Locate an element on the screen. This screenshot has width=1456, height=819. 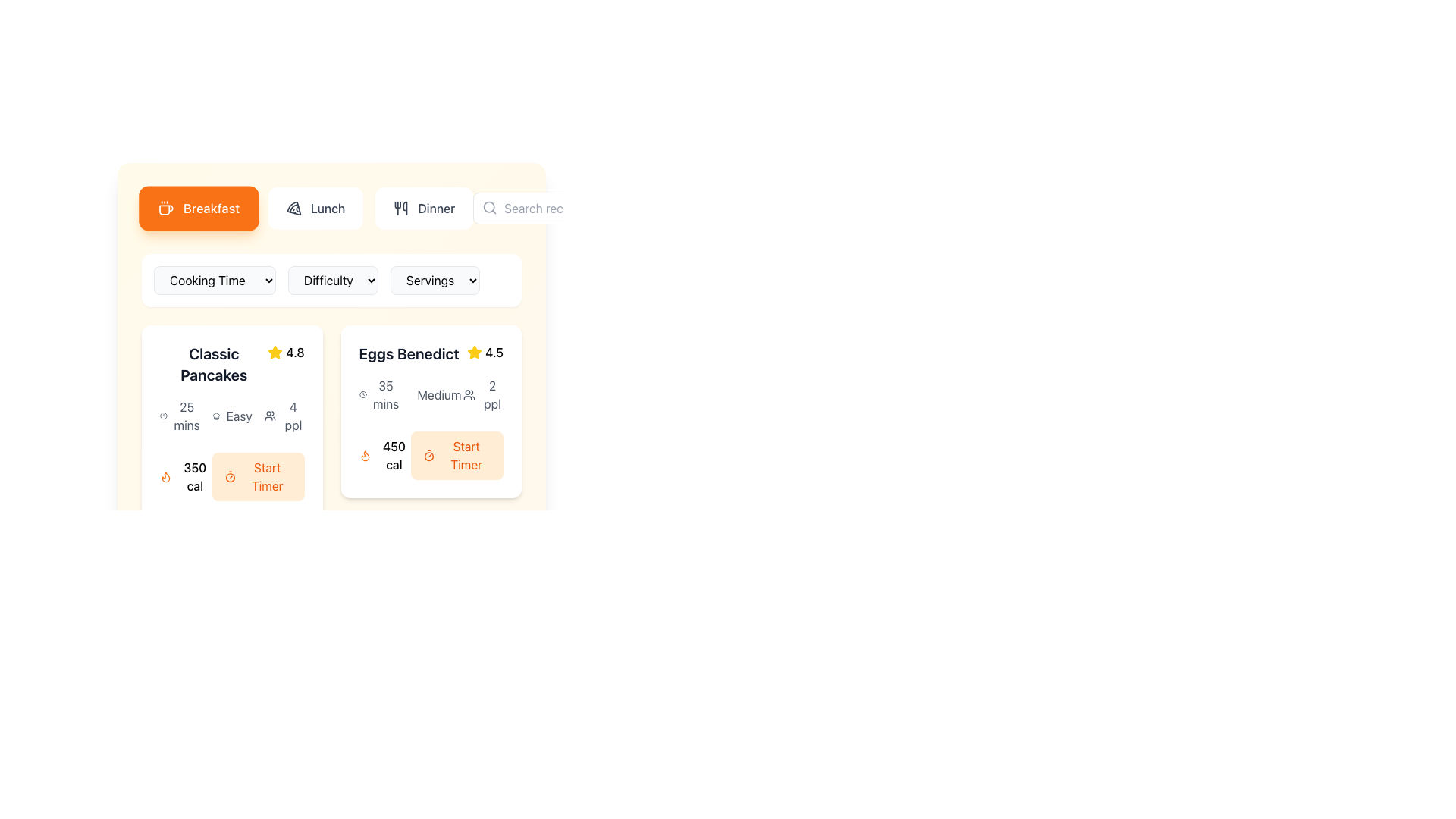
the 'Easy' text label, which is styled in gray color and located in the 'difficulty' section of the left card labeled 'Classic Pancakes.' is located at coordinates (238, 416).